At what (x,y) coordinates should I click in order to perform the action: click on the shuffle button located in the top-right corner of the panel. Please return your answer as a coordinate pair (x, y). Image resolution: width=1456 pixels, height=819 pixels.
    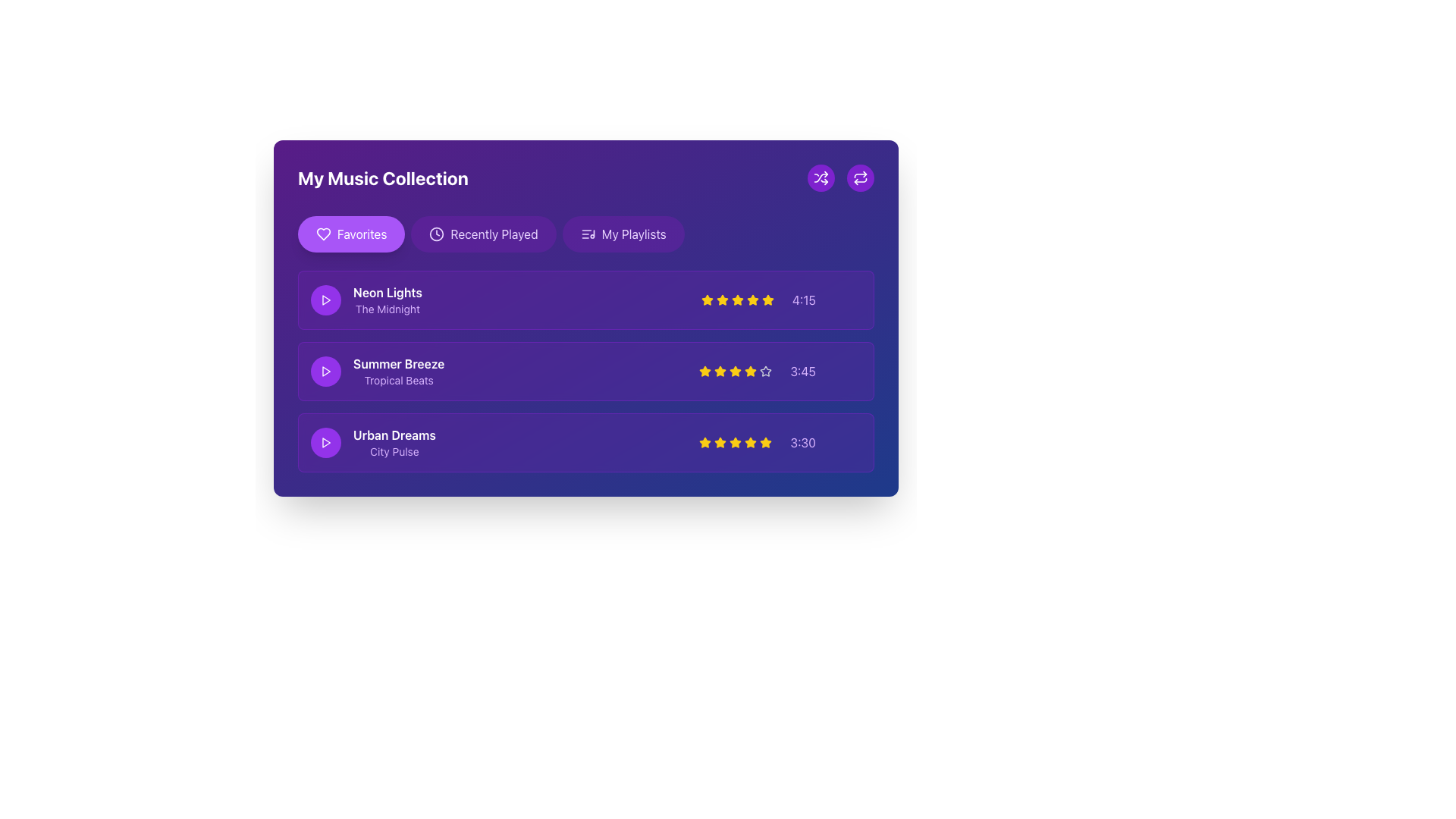
    Looking at the image, I should click on (821, 177).